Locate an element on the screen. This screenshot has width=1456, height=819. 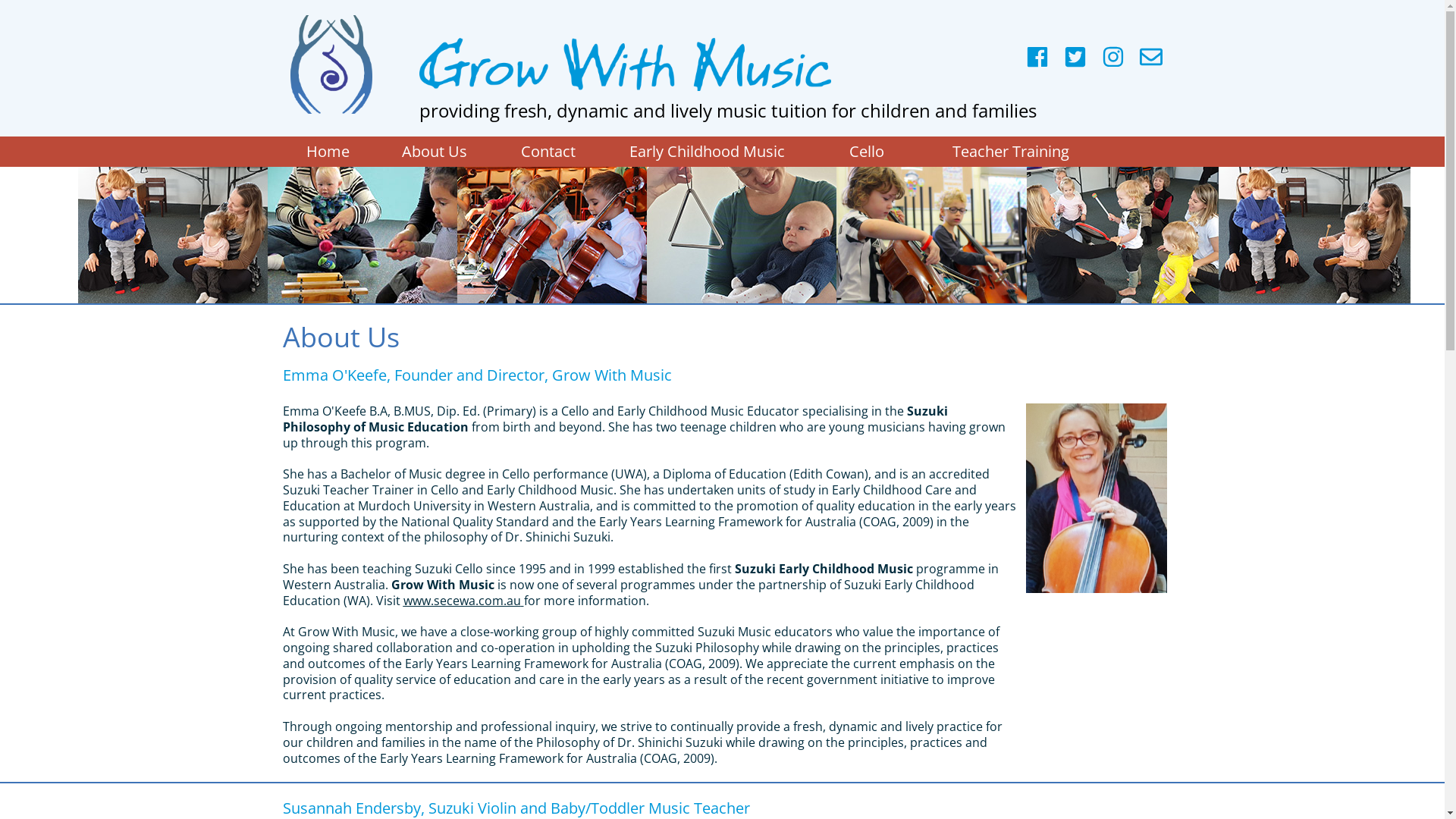
'Contact' is located at coordinates (546, 152).